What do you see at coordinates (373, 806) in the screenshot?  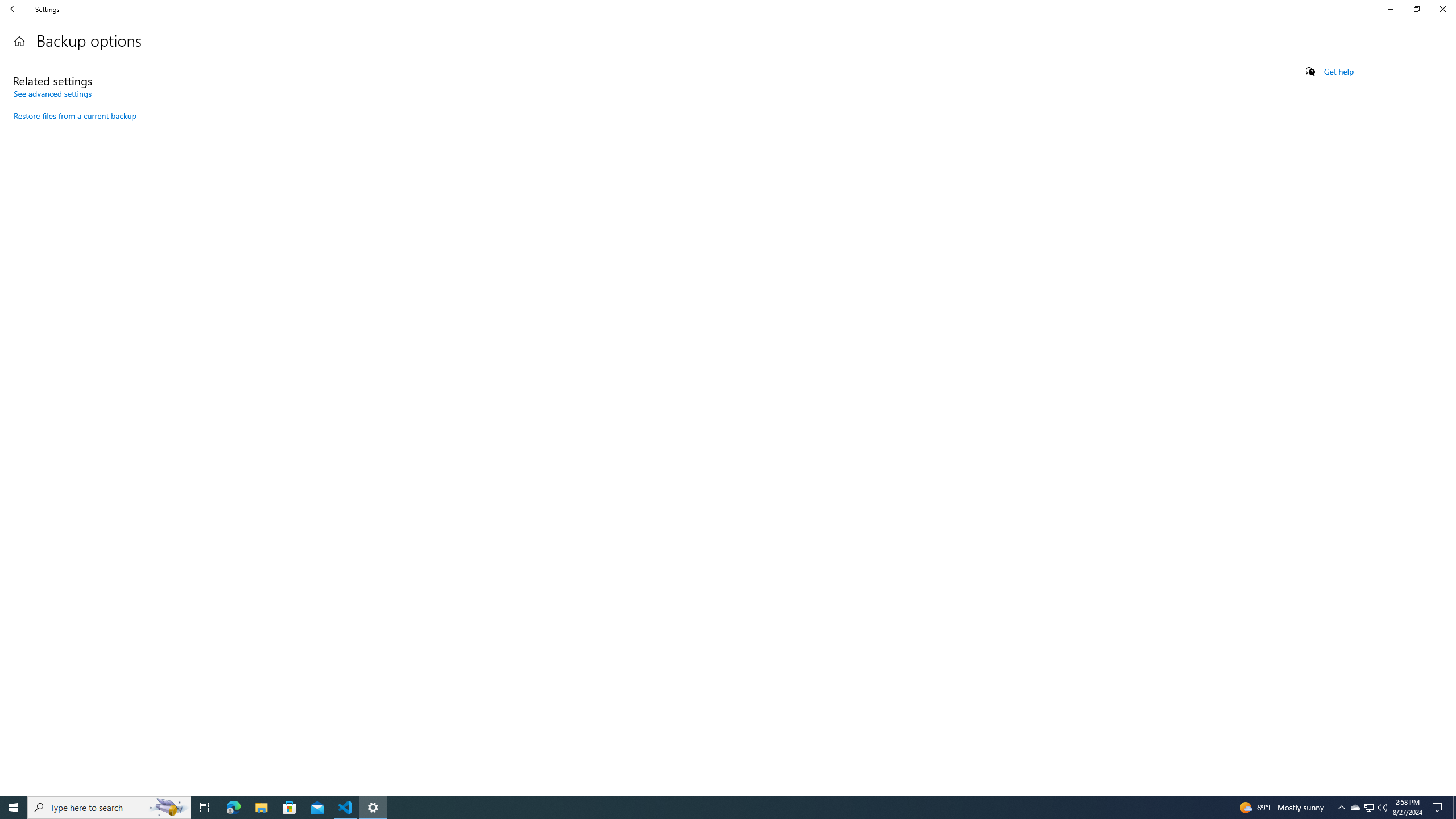 I see `'Settings - 1 running window'` at bounding box center [373, 806].